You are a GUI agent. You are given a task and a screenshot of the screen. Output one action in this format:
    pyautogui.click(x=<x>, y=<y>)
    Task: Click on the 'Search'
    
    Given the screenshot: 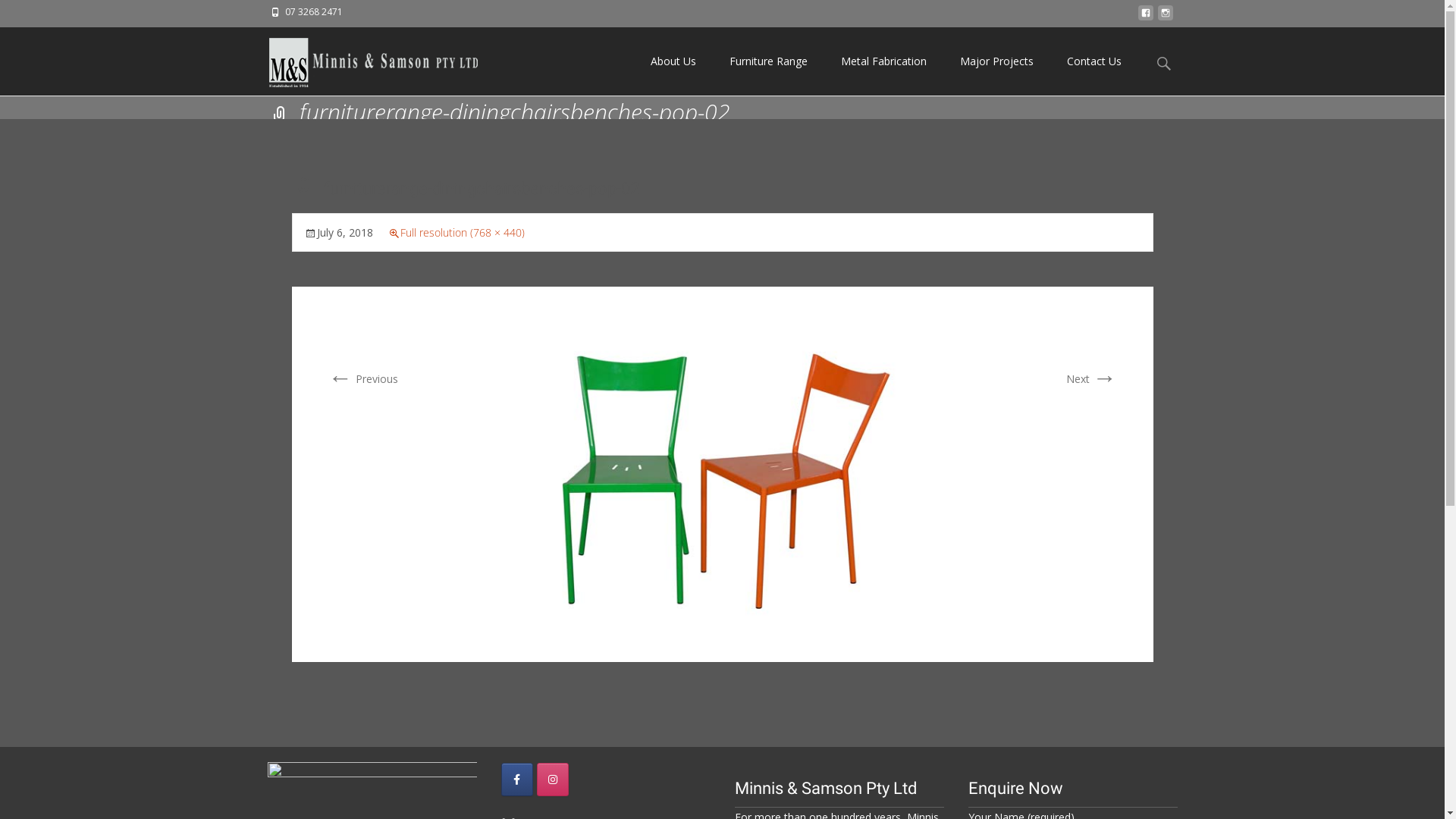 What is the action you would take?
    pyautogui.click(x=18, y=15)
    